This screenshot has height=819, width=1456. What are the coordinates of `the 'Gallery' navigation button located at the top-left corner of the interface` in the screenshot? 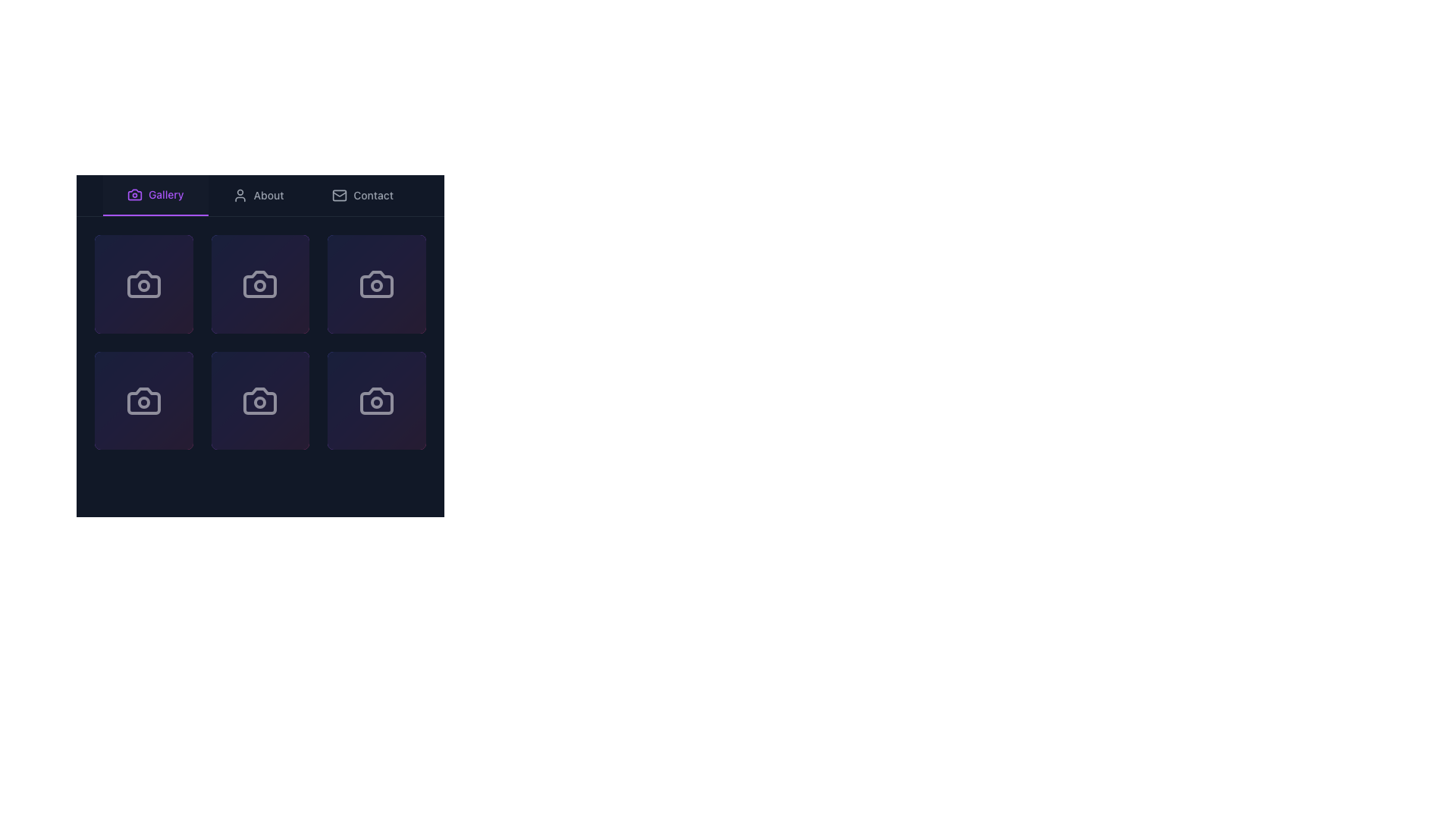 It's located at (155, 195).